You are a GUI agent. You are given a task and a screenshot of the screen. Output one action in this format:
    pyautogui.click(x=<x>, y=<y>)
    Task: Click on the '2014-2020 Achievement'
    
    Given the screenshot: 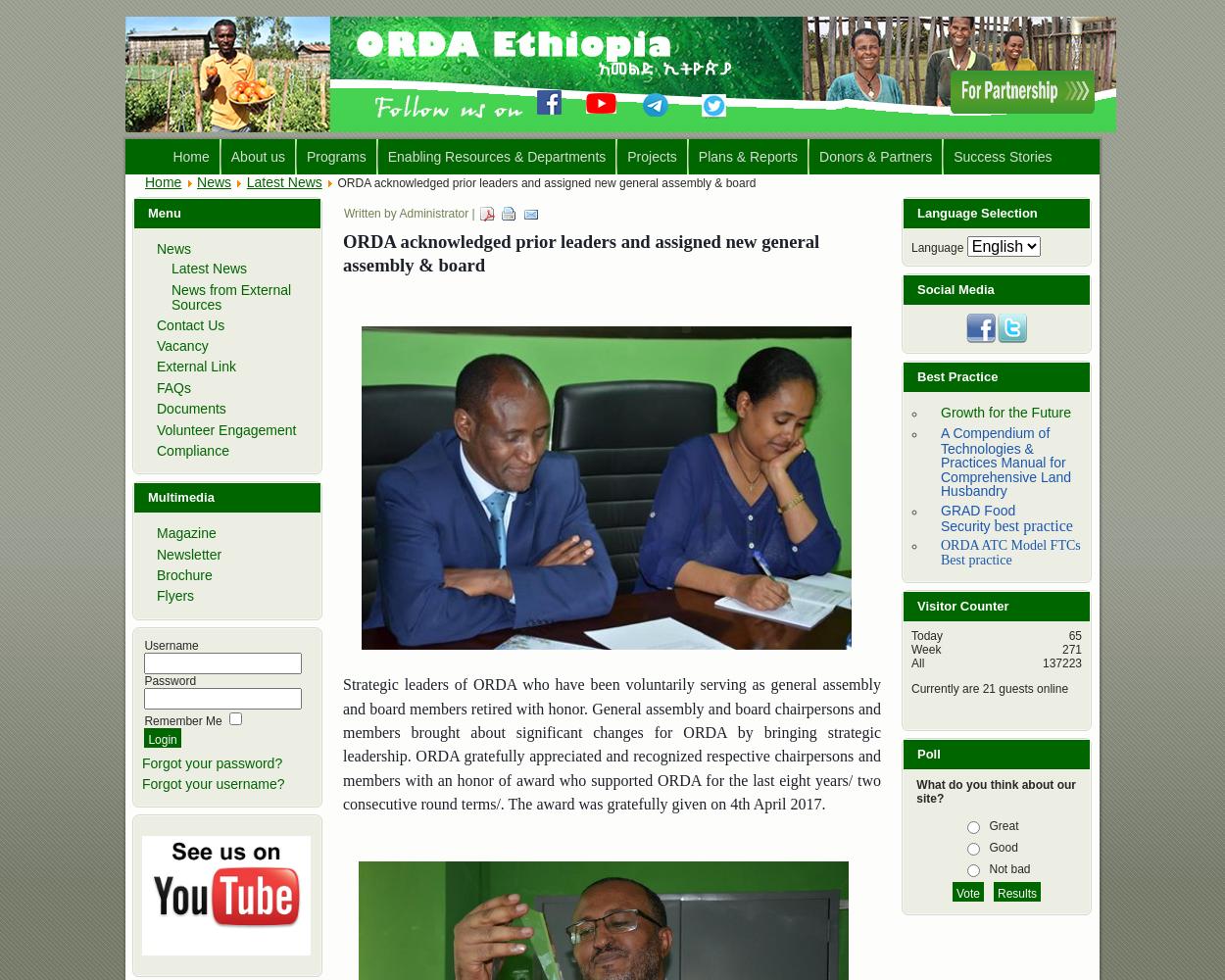 What is the action you would take?
    pyautogui.click(x=773, y=230)
    